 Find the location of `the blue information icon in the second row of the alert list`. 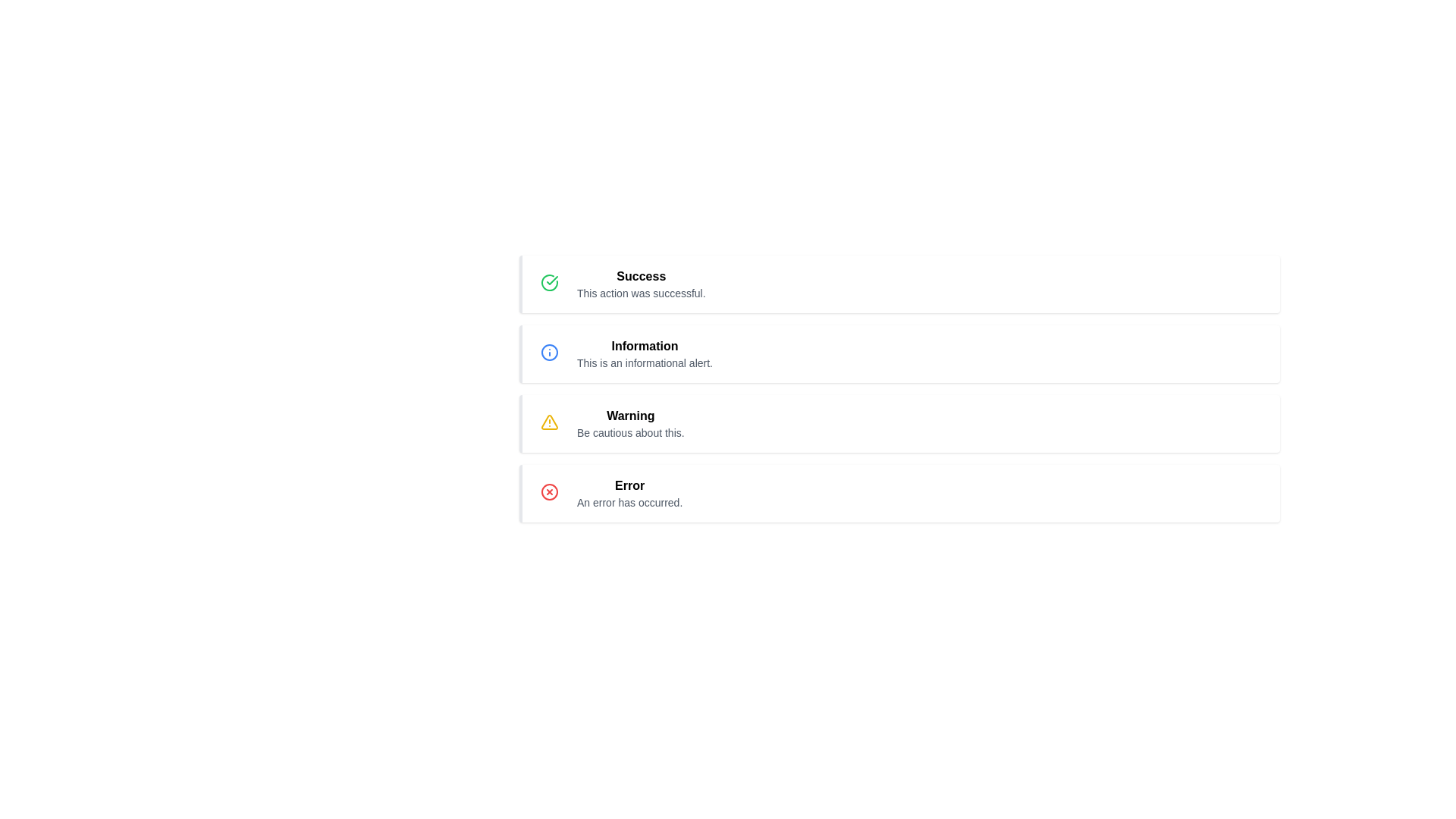

the blue information icon in the second row of the alert list is located at coordinates (548, 353).